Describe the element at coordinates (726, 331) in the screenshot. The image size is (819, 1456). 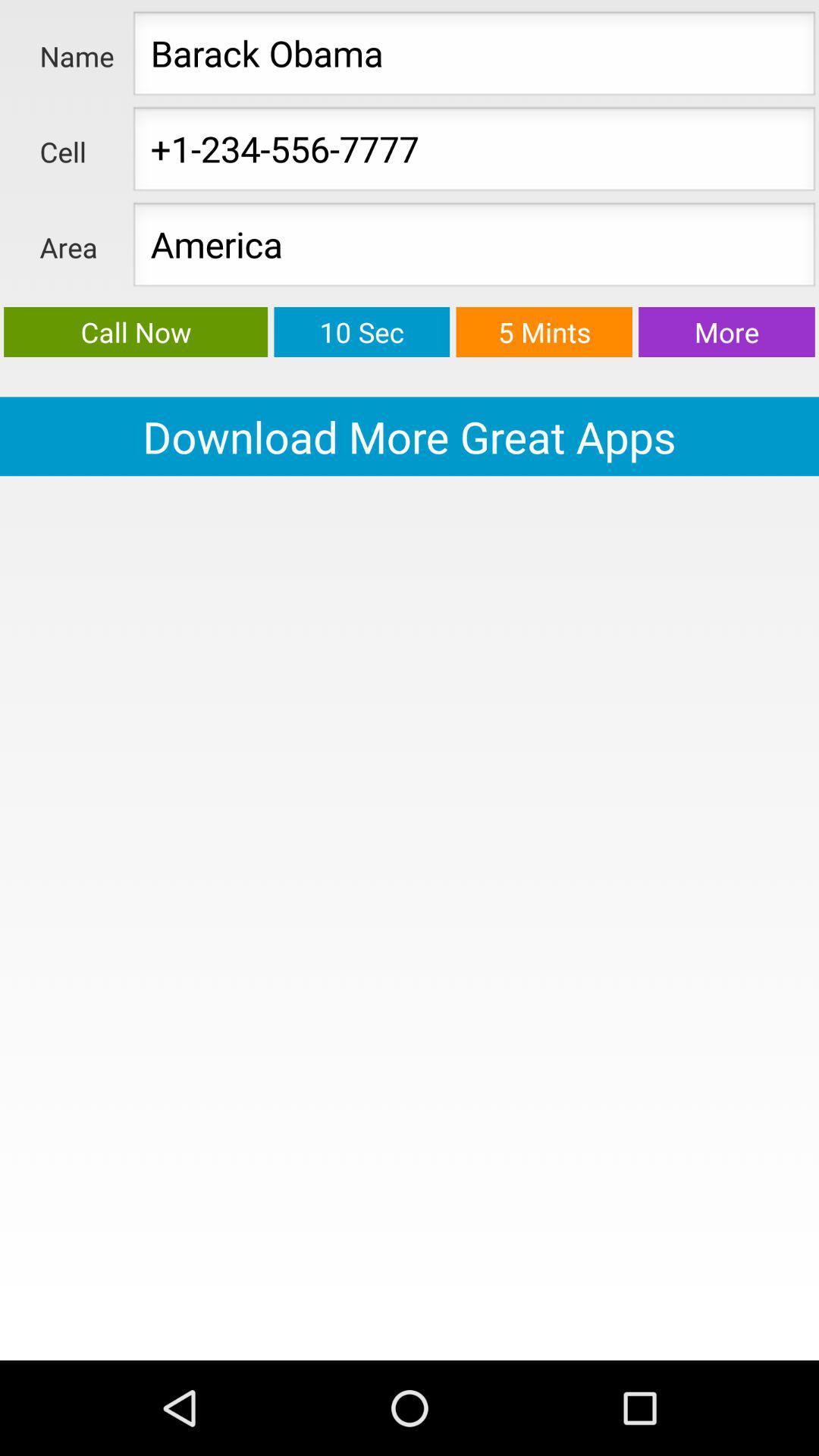
I see `more button` at that location.